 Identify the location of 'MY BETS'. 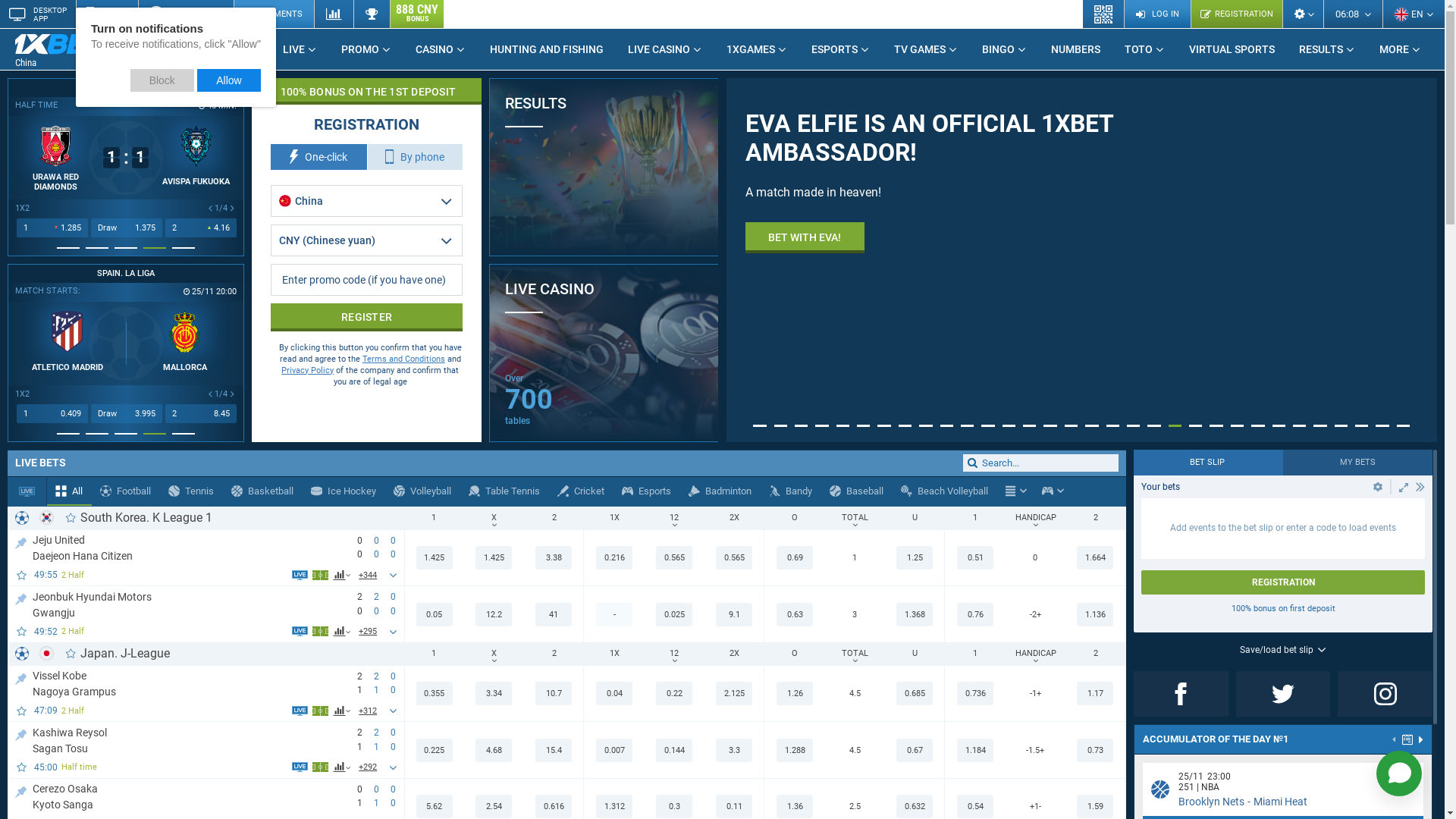
(1357, 461).